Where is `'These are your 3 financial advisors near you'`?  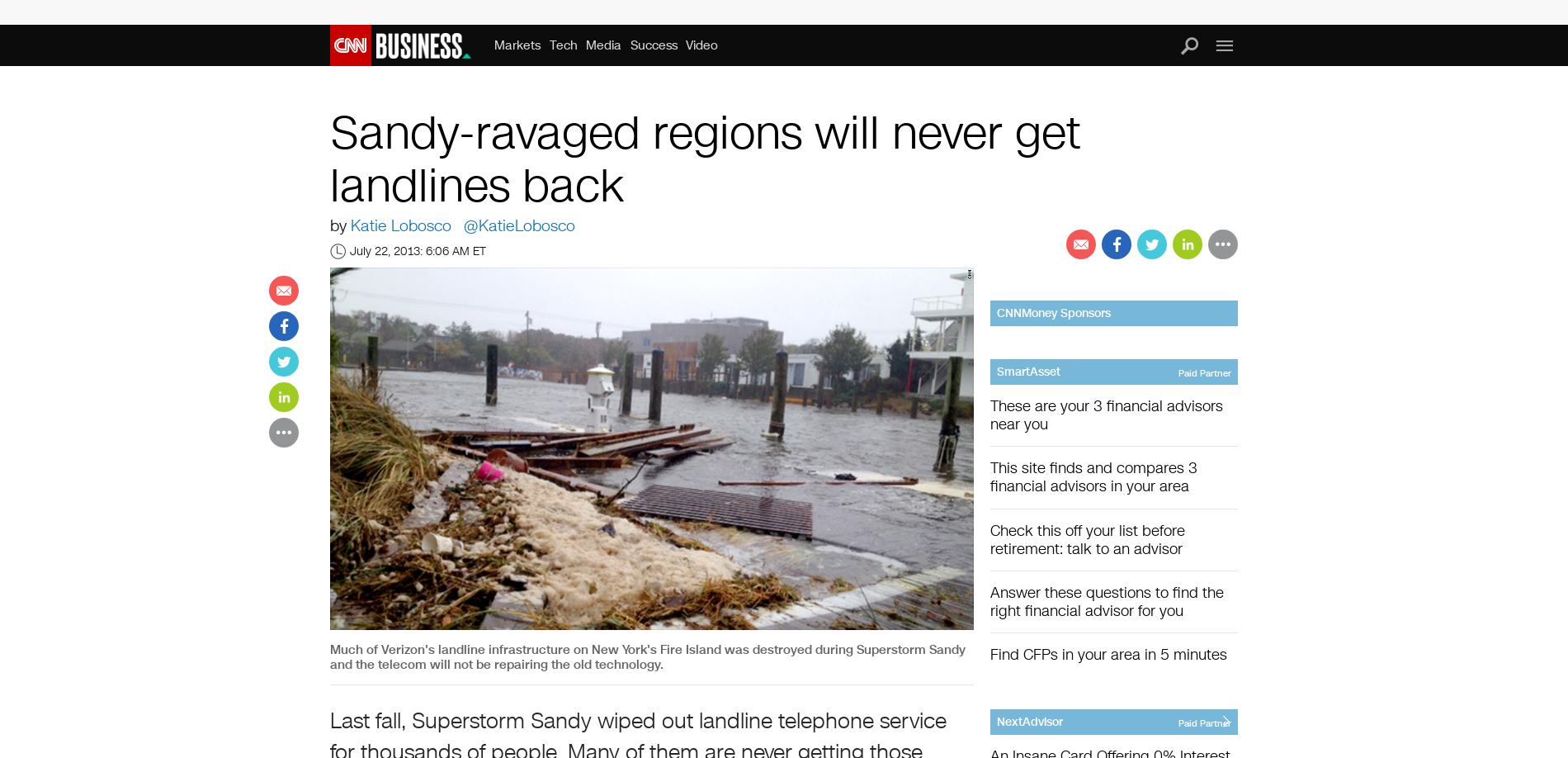 'These are your 3 financial advisors near you' is located at coordinates (1106, 415).